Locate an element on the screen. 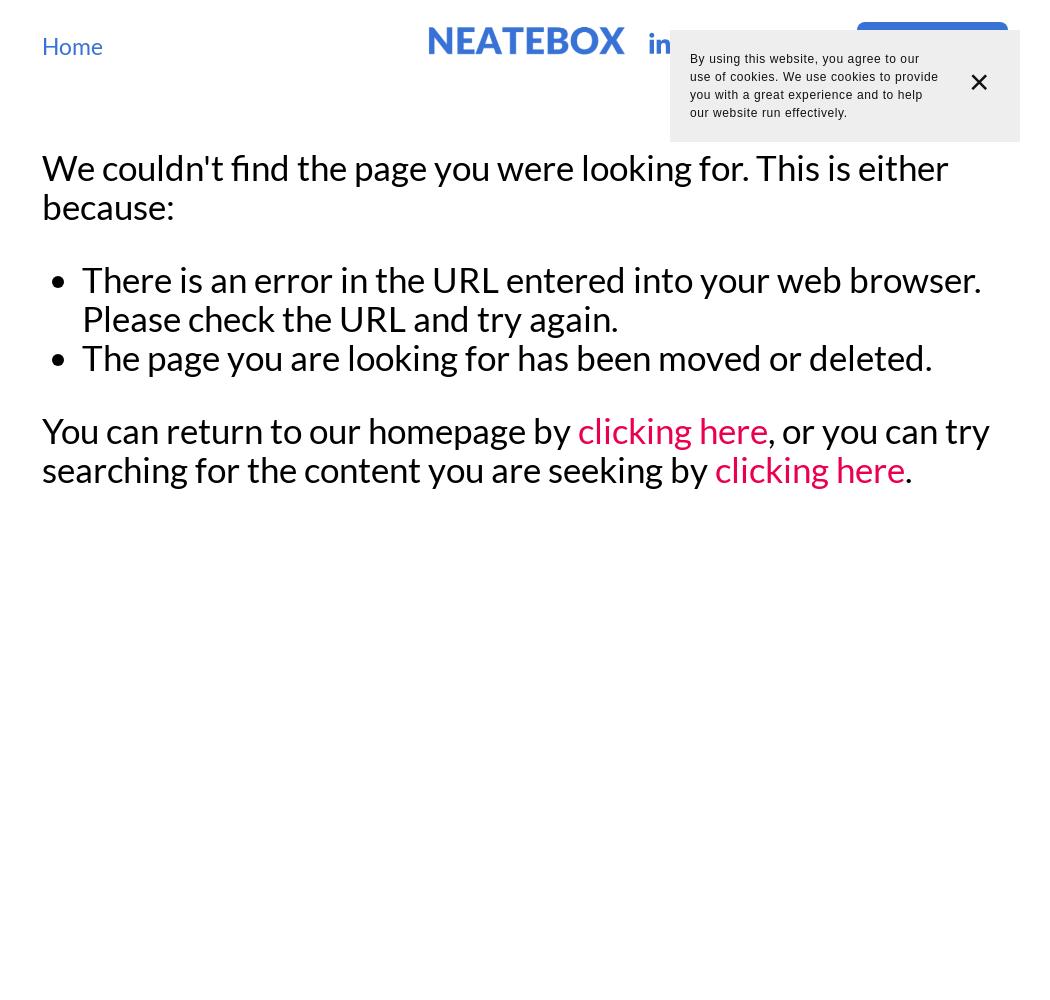 This screenshot has height=1000, width=1050. 'We couldn't find the page you were looking for. This is either because:' is located at coordinates (494, 186).